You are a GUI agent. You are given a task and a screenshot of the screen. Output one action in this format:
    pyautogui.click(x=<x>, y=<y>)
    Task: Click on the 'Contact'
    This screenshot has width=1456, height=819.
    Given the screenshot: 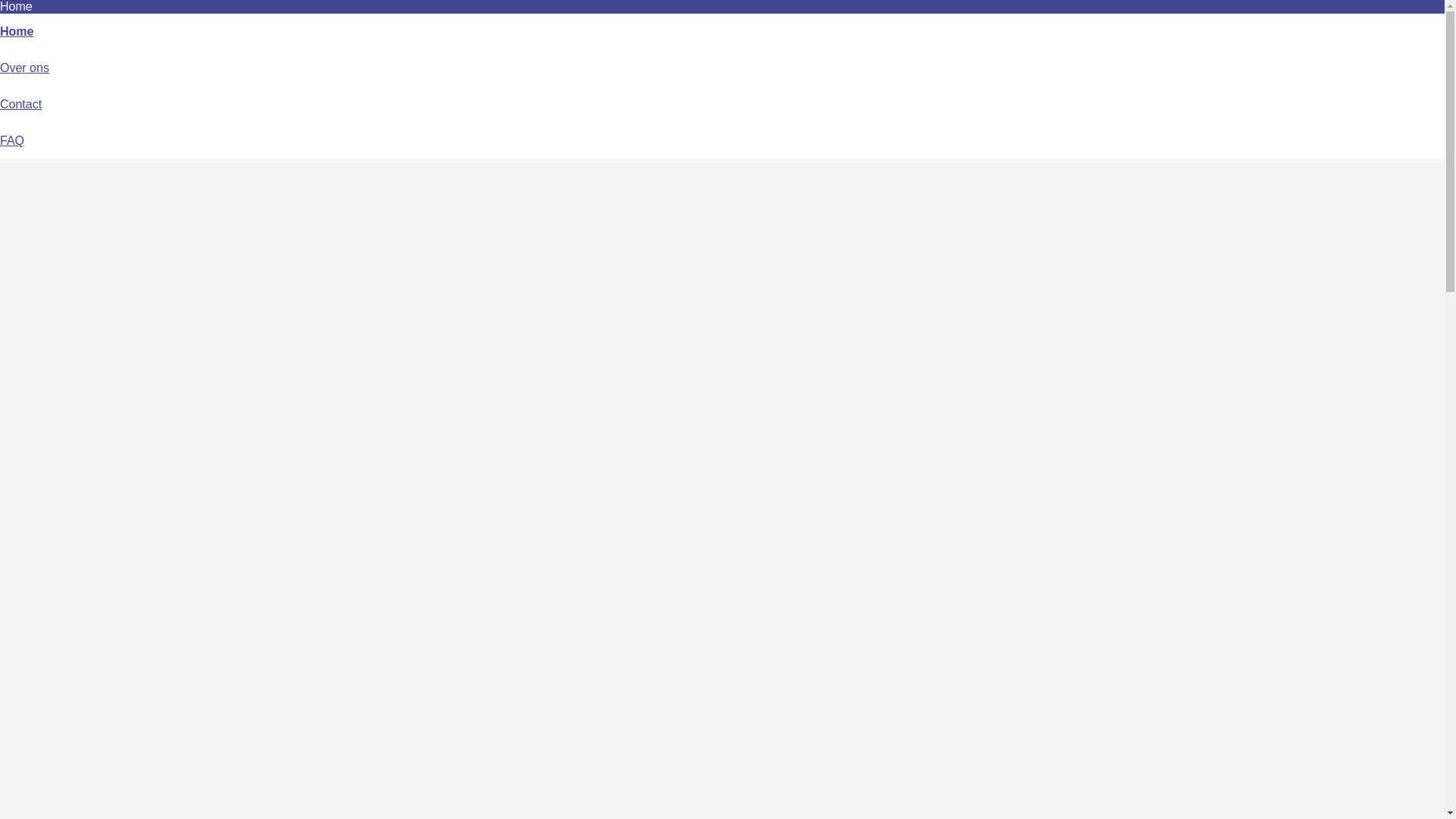 What is the action you would take?
    pyautogui.click(x=20, y=103)
    